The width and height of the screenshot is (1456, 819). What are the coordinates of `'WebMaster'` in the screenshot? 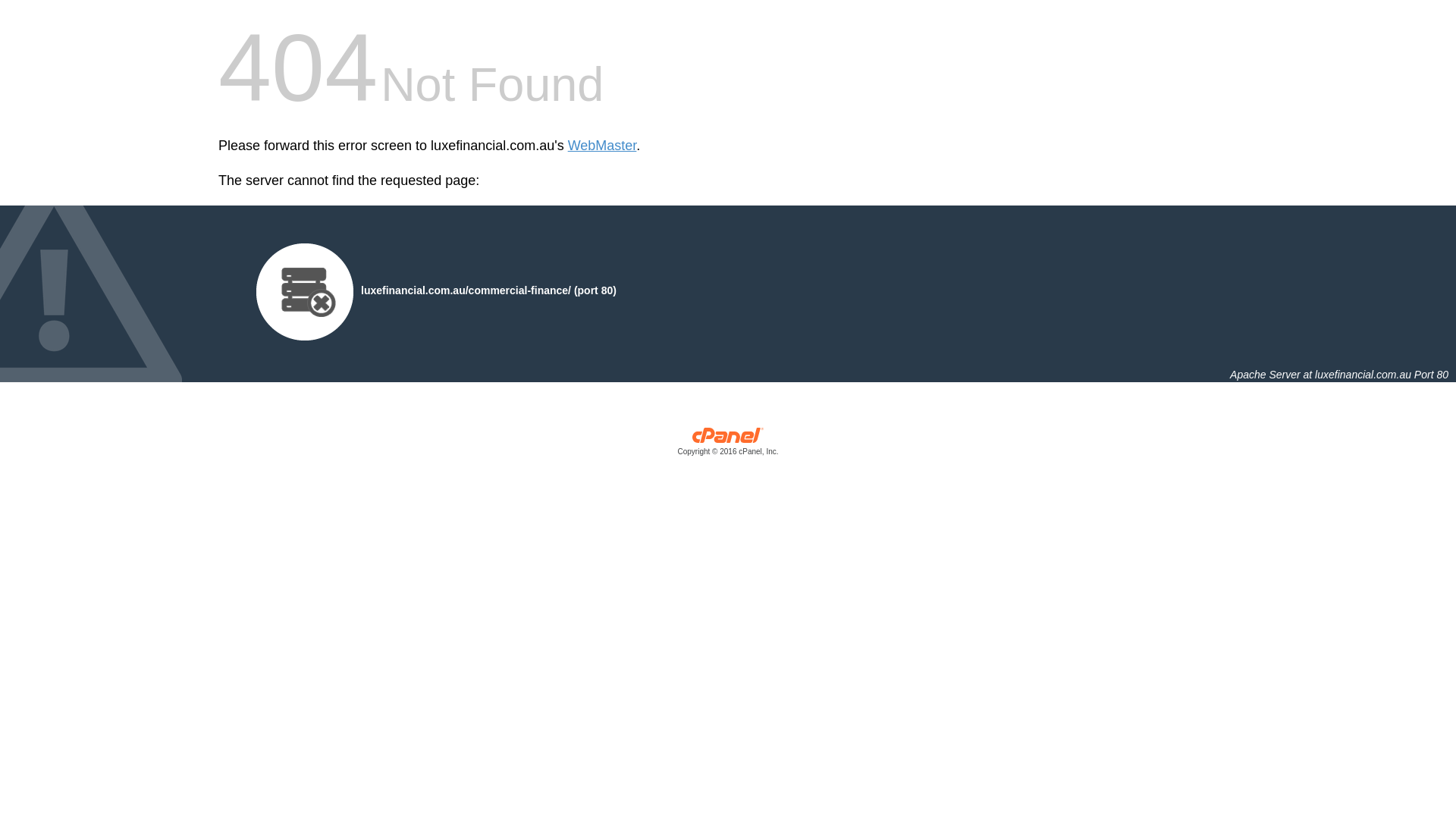 It's located at (601, 146).